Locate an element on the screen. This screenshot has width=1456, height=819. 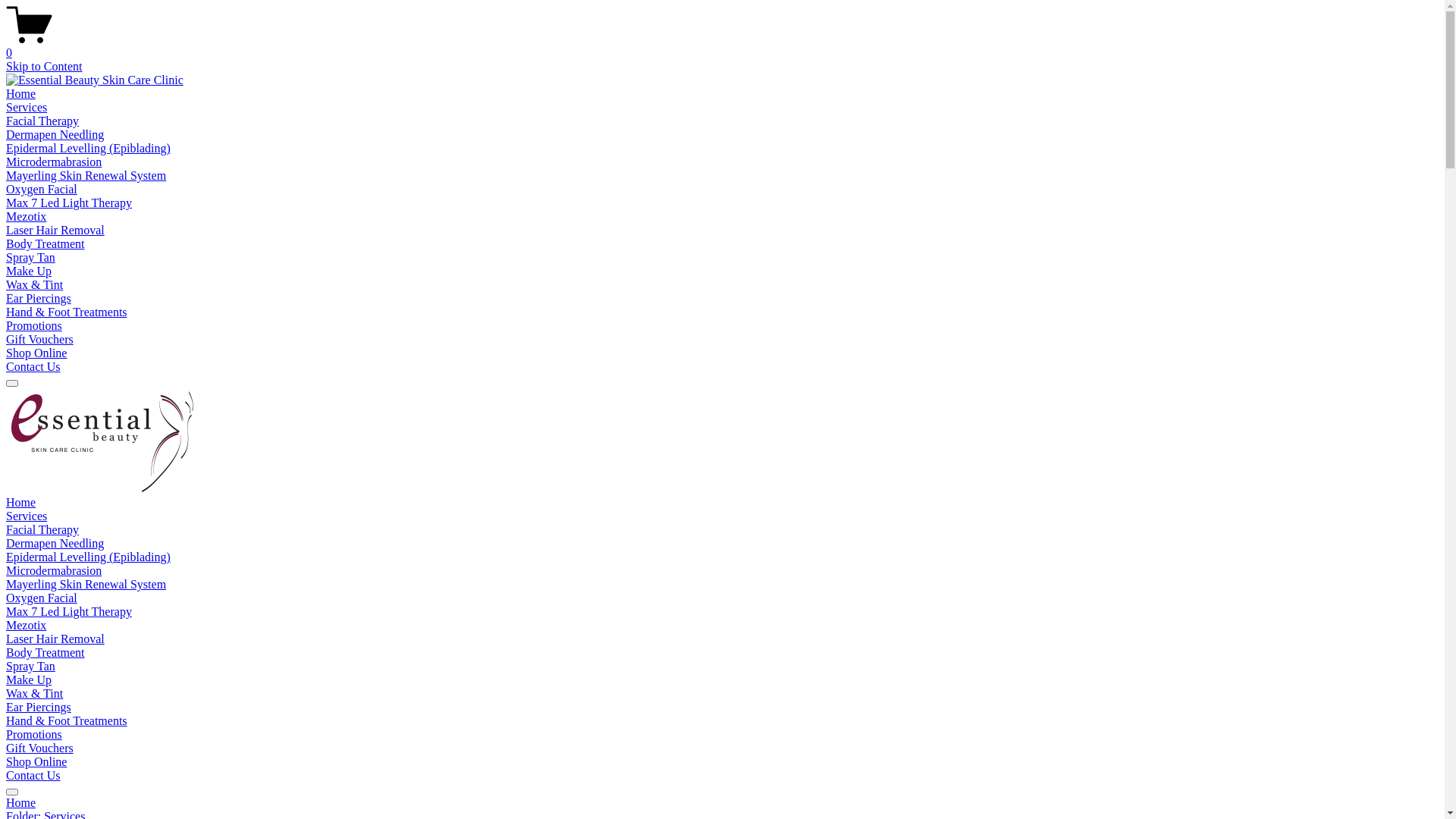
'Oxygen Facial' is located at coordinates (6, 597).